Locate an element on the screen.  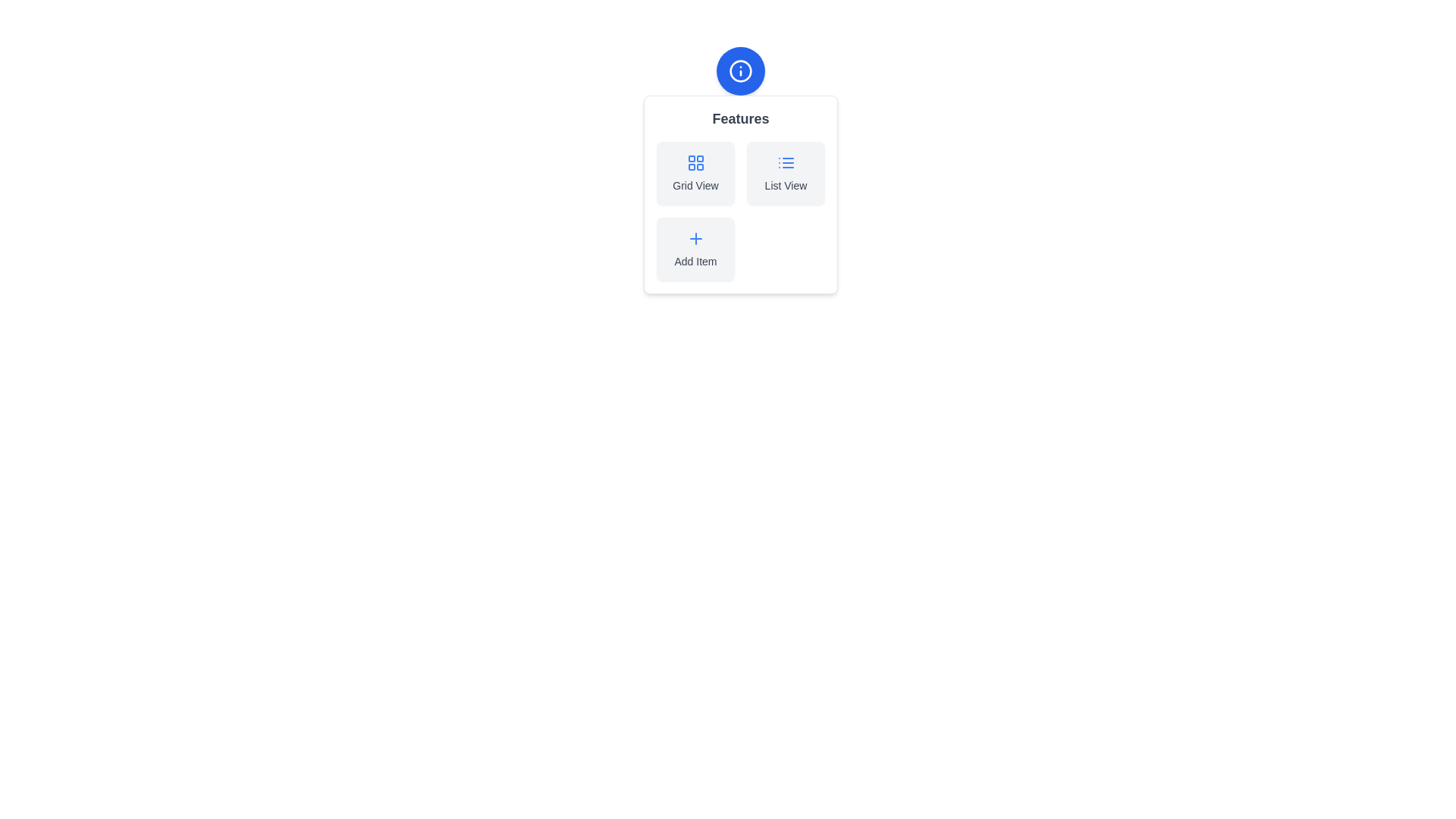
the 'Add Item' button, which is a rectangular button with rounded corners, a light gray background, and a blue plus sign icon at the top, located in the bottom-left of the grid layout is located at coordinates (695, 248).